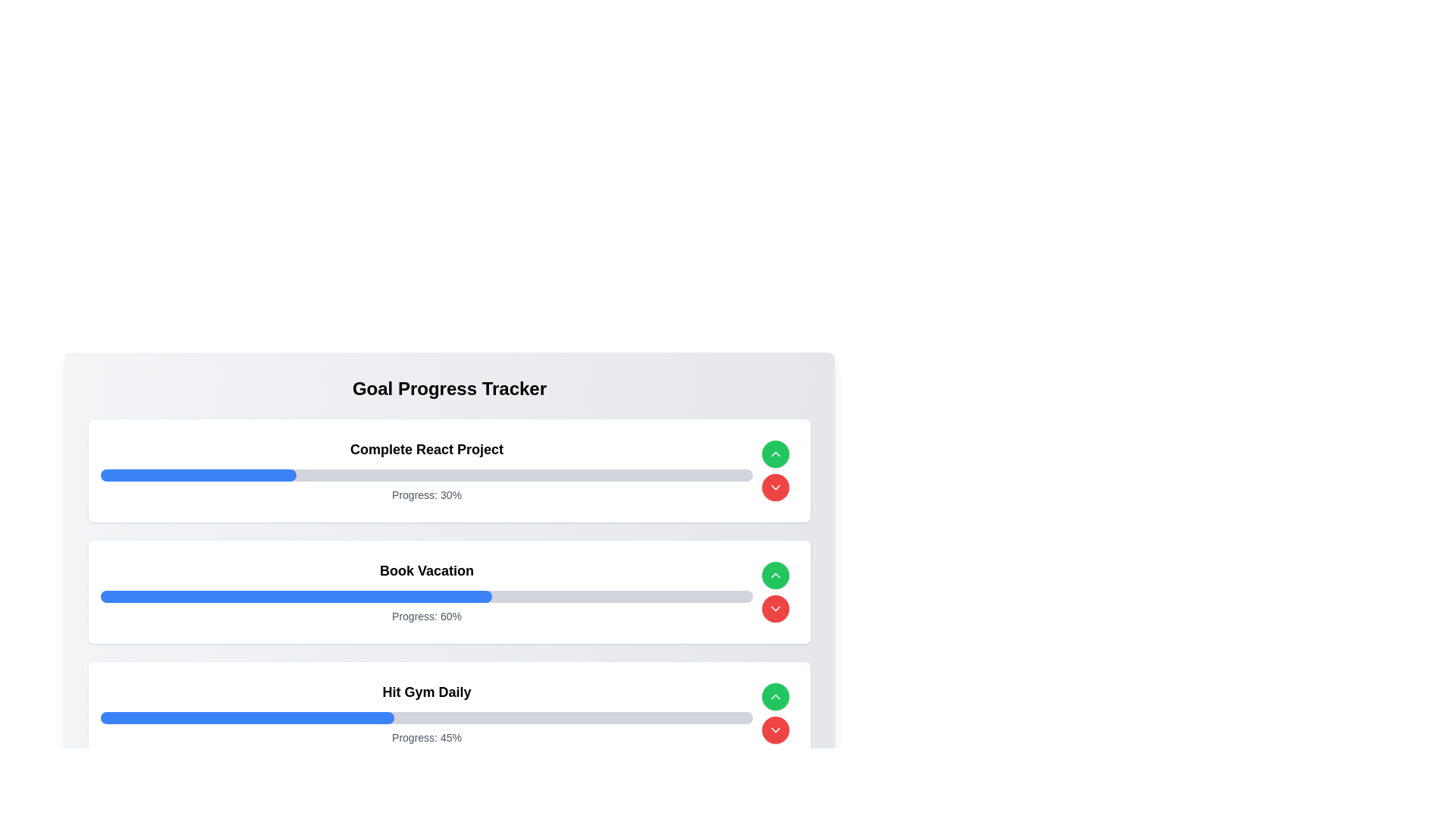 This screenshot has width=1456, height=819. I want to click on the Text Label that indicates a specific task or goal within the application, positioned above a progress bar and below the task 'Complete React Project', so click(425, 570).